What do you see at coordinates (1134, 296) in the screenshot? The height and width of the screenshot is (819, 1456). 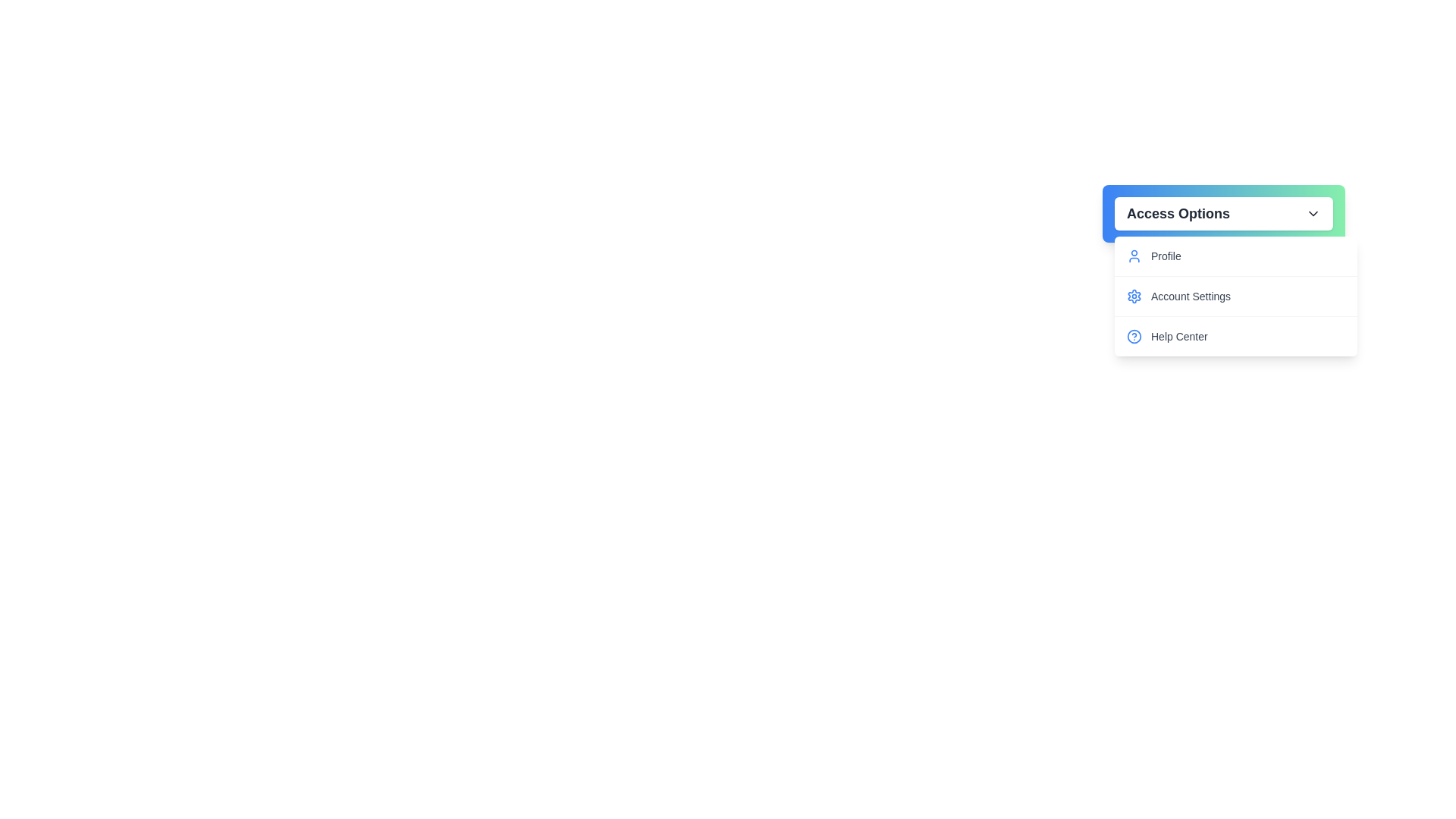 I see `the 'Account Settings' icon located in the dropdown menu under 'Access Options', situated left of the 'Account Settings' text` at bounding box center [1134, 296].